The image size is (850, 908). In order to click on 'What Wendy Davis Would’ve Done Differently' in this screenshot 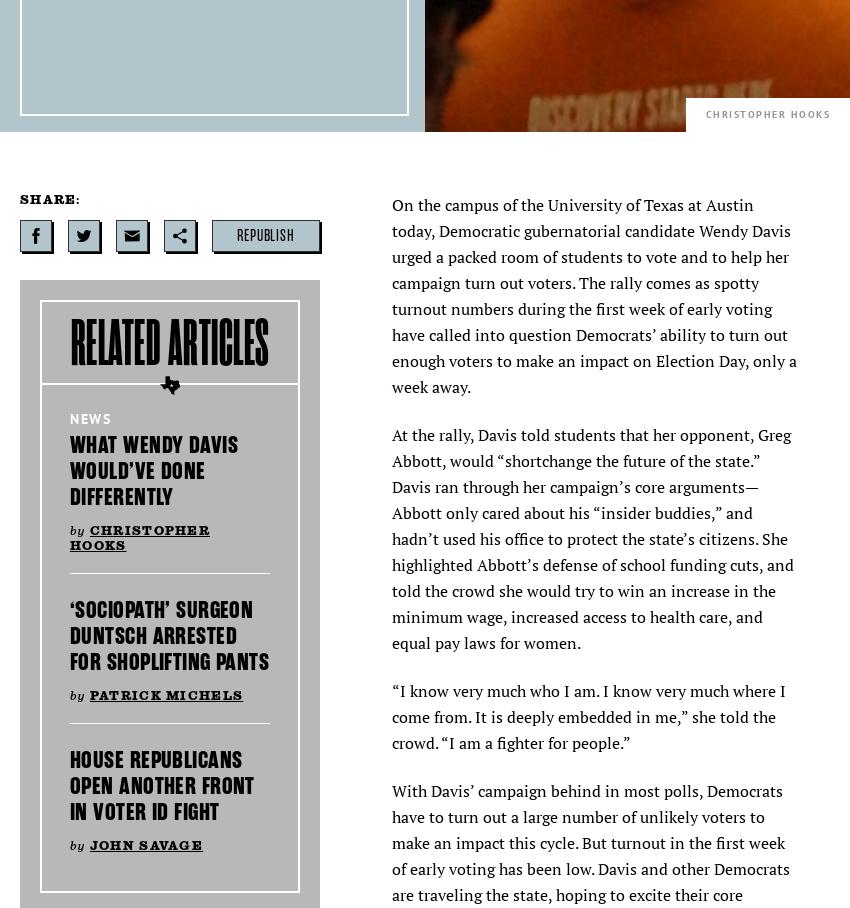, I will do `click(154, 470)`.